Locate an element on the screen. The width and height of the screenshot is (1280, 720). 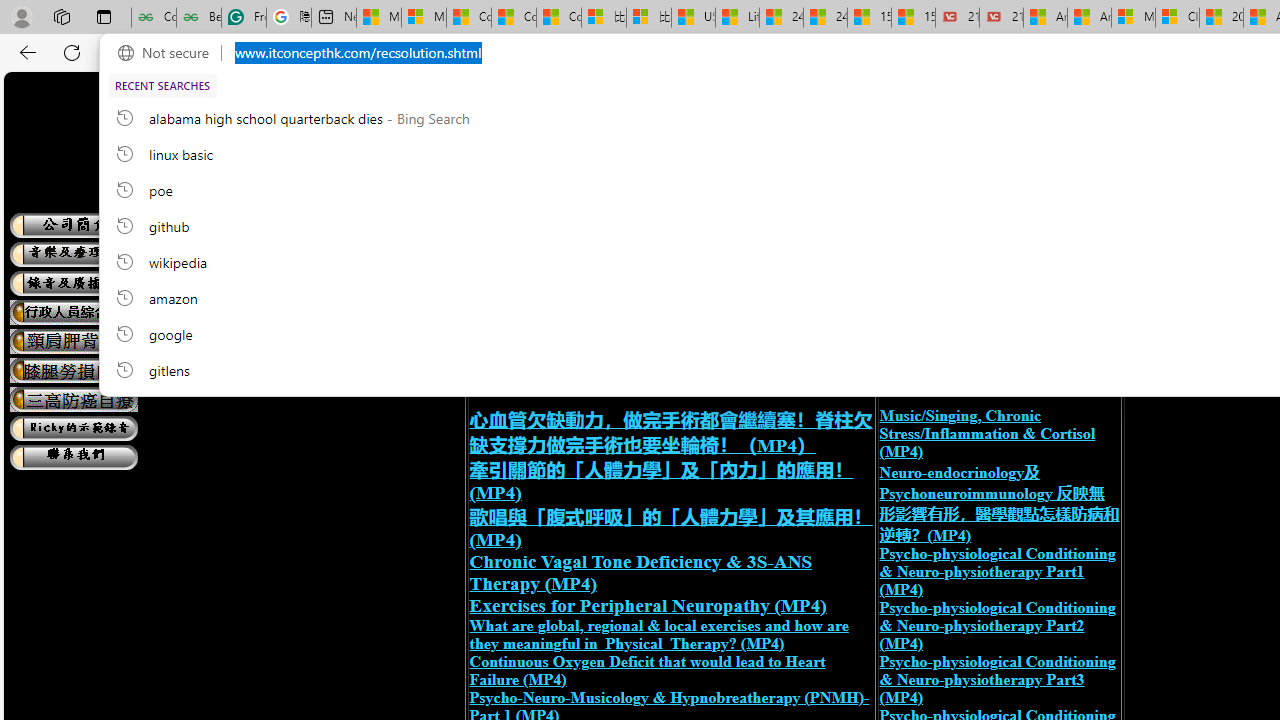
'Free AI Writing Assistance for Students | Grammarly' is located at coordinates (242, 17).